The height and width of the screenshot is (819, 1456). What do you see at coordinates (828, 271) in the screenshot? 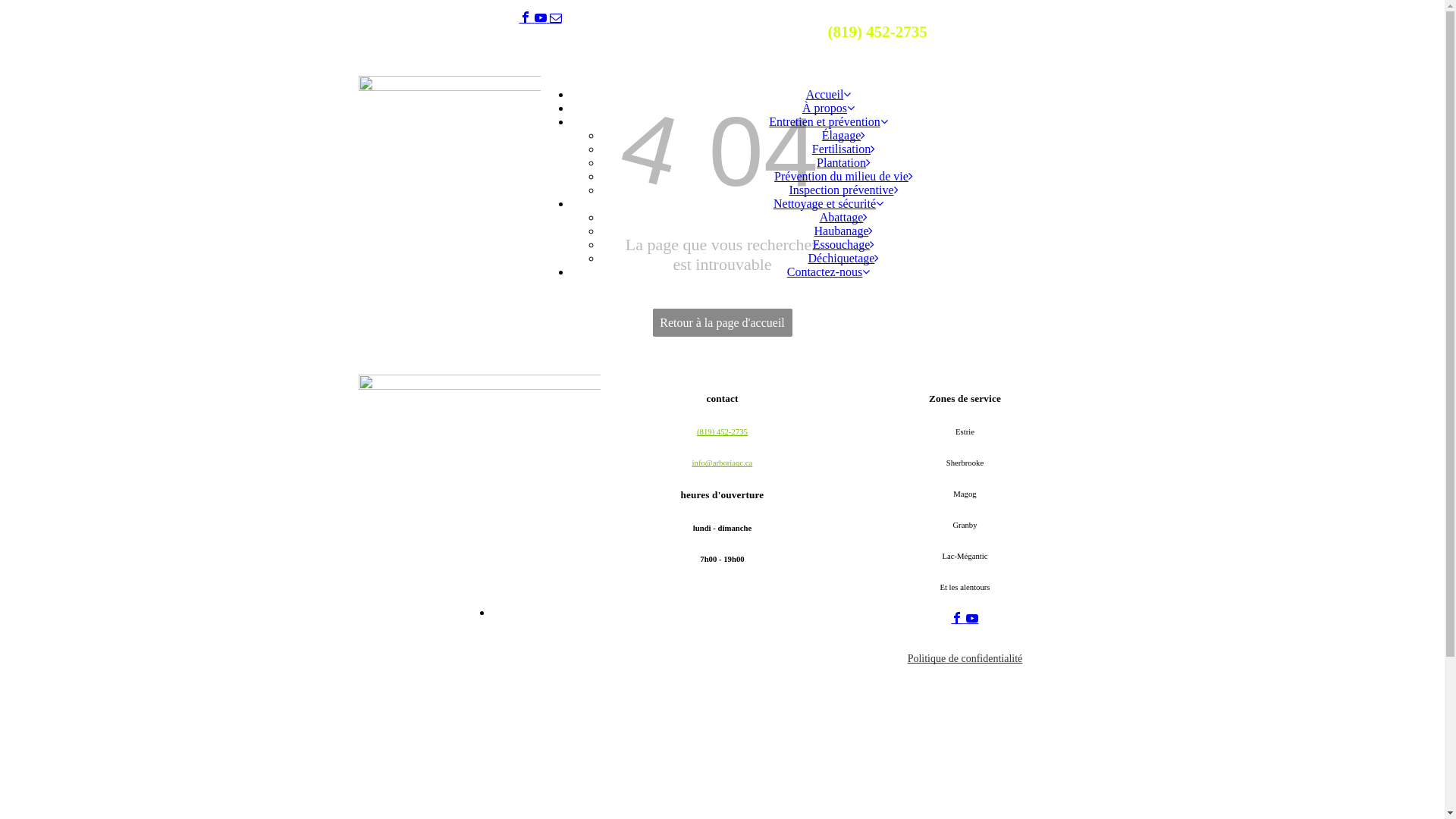
I see `'Contactez-nous'` at bounding box center [828, 271].